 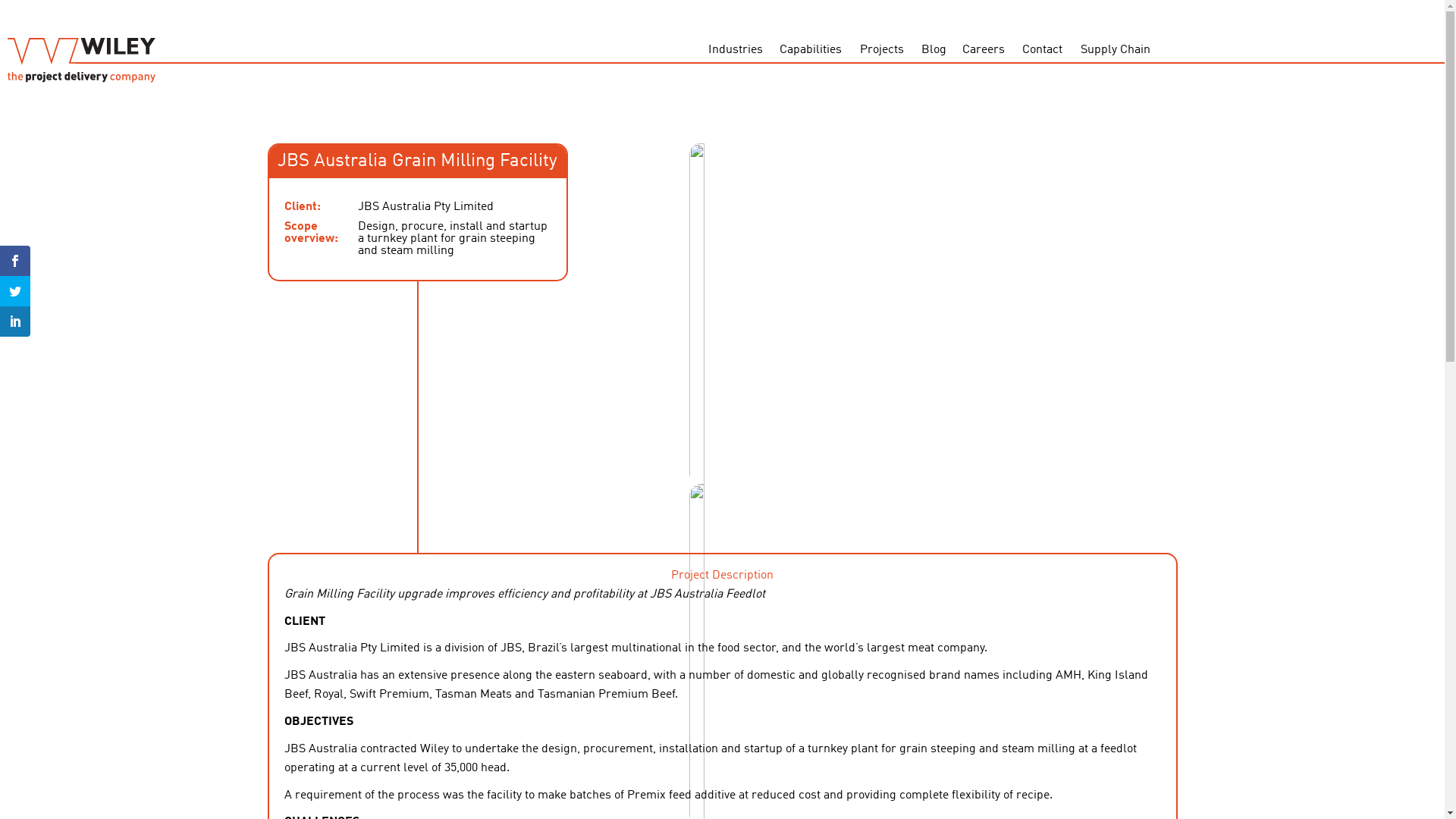 What do you see at coordinates (1043, 49) in the screenshot?
I see `'Contact'` at bounding box center [1043, 49].